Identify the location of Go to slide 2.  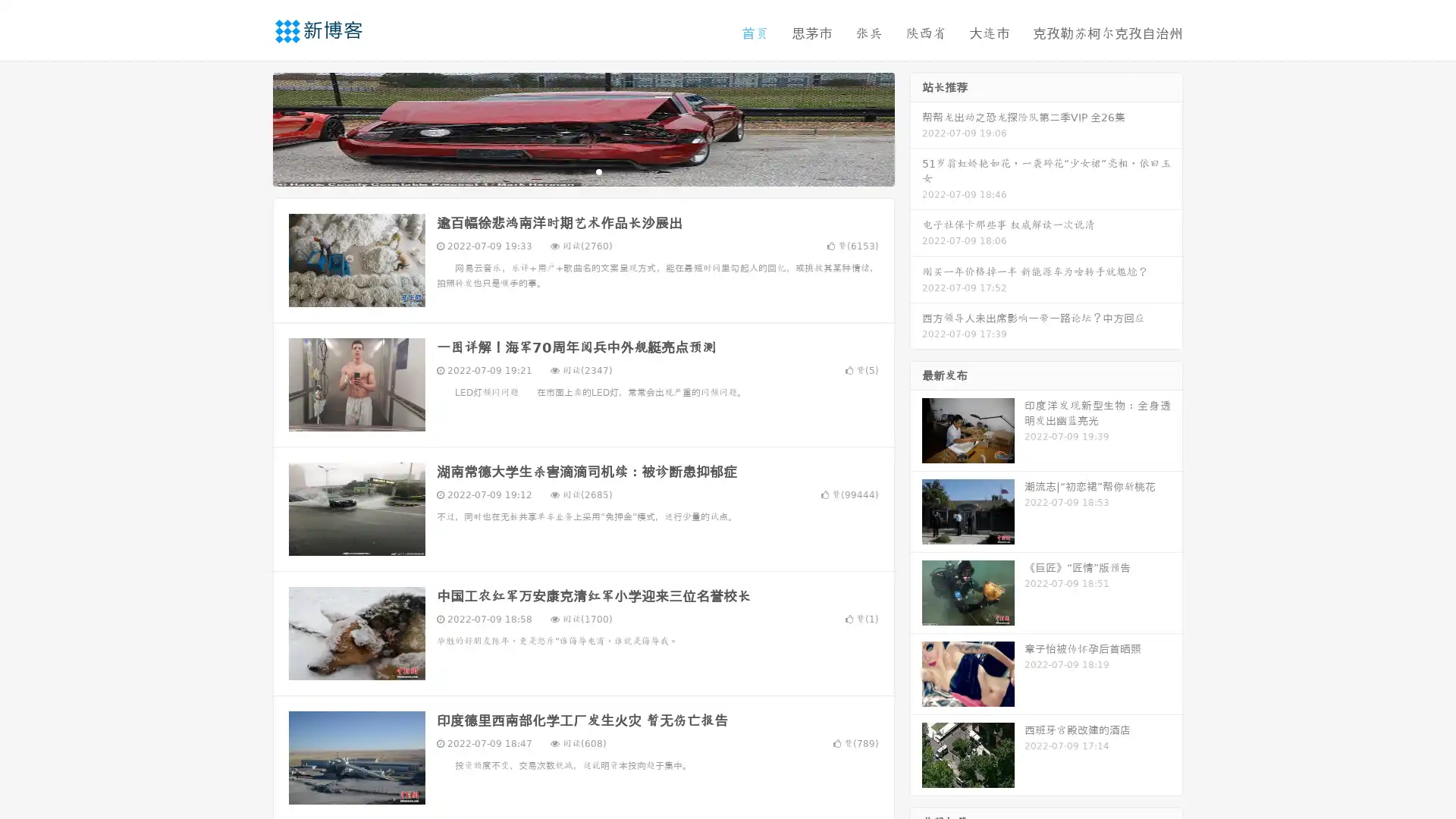
(582, 171).